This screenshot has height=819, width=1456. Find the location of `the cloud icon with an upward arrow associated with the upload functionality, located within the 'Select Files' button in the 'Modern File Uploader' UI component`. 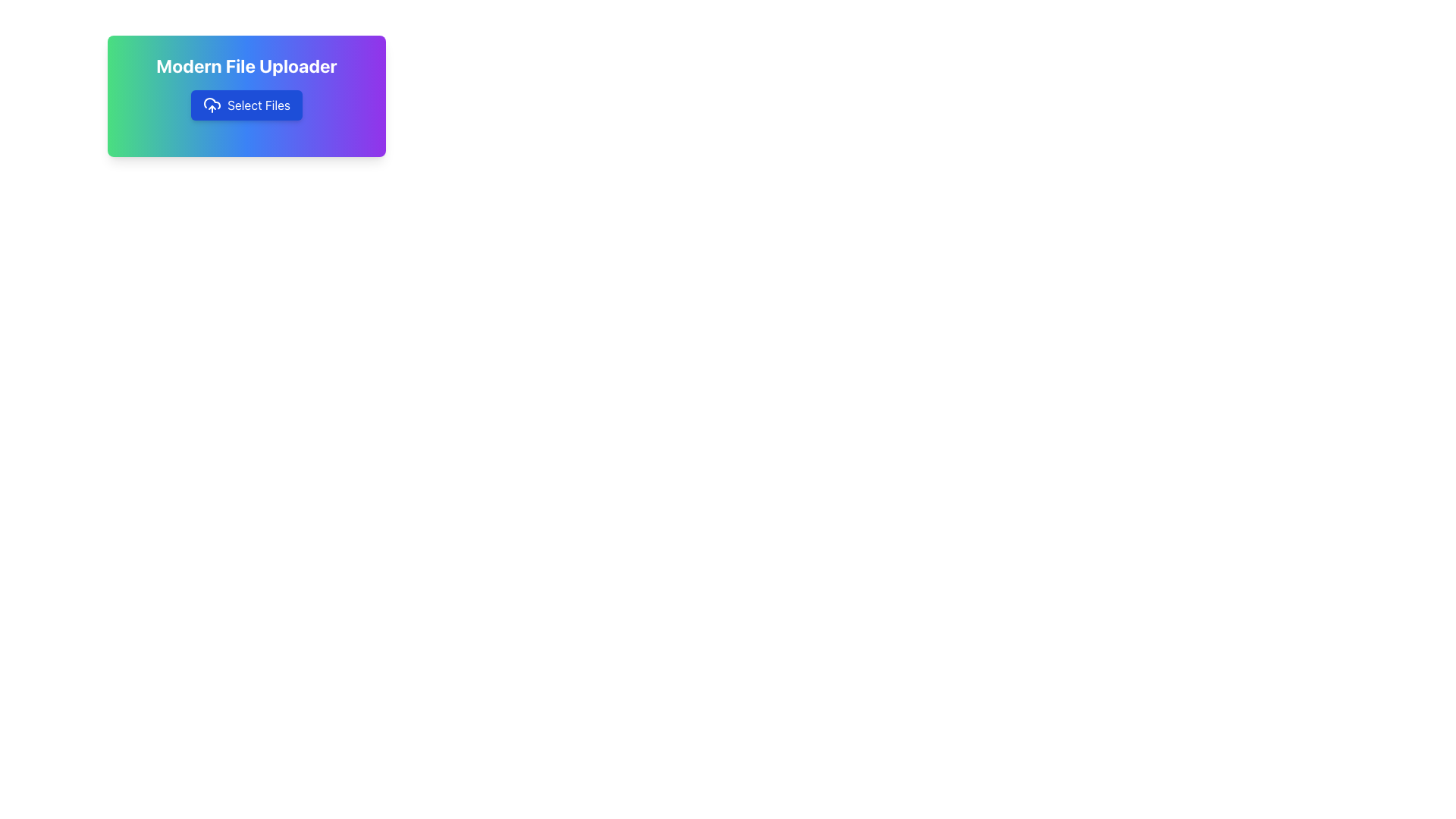

the cloud icon with an upward arrow associated with the upload functionality, located within the 'Select Files' button in the 'Modern File Uploader' UI component is located at coordinates (212, 104).